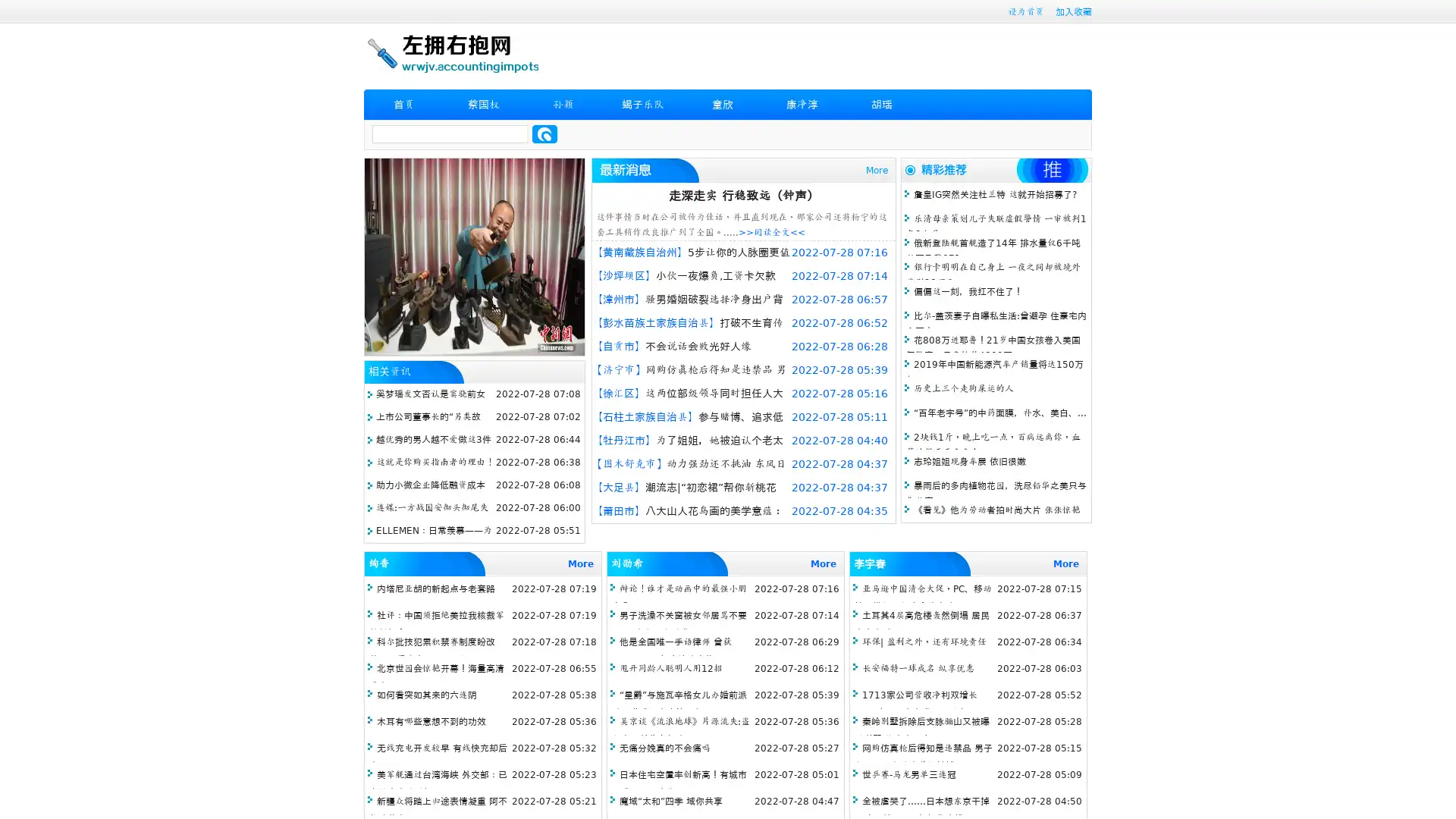 The height and width of the screenshot is (819, 1456). What do you see at coordinates (544, 133) in the screenshot?
I see `Search` at bounding box center [544, 133].